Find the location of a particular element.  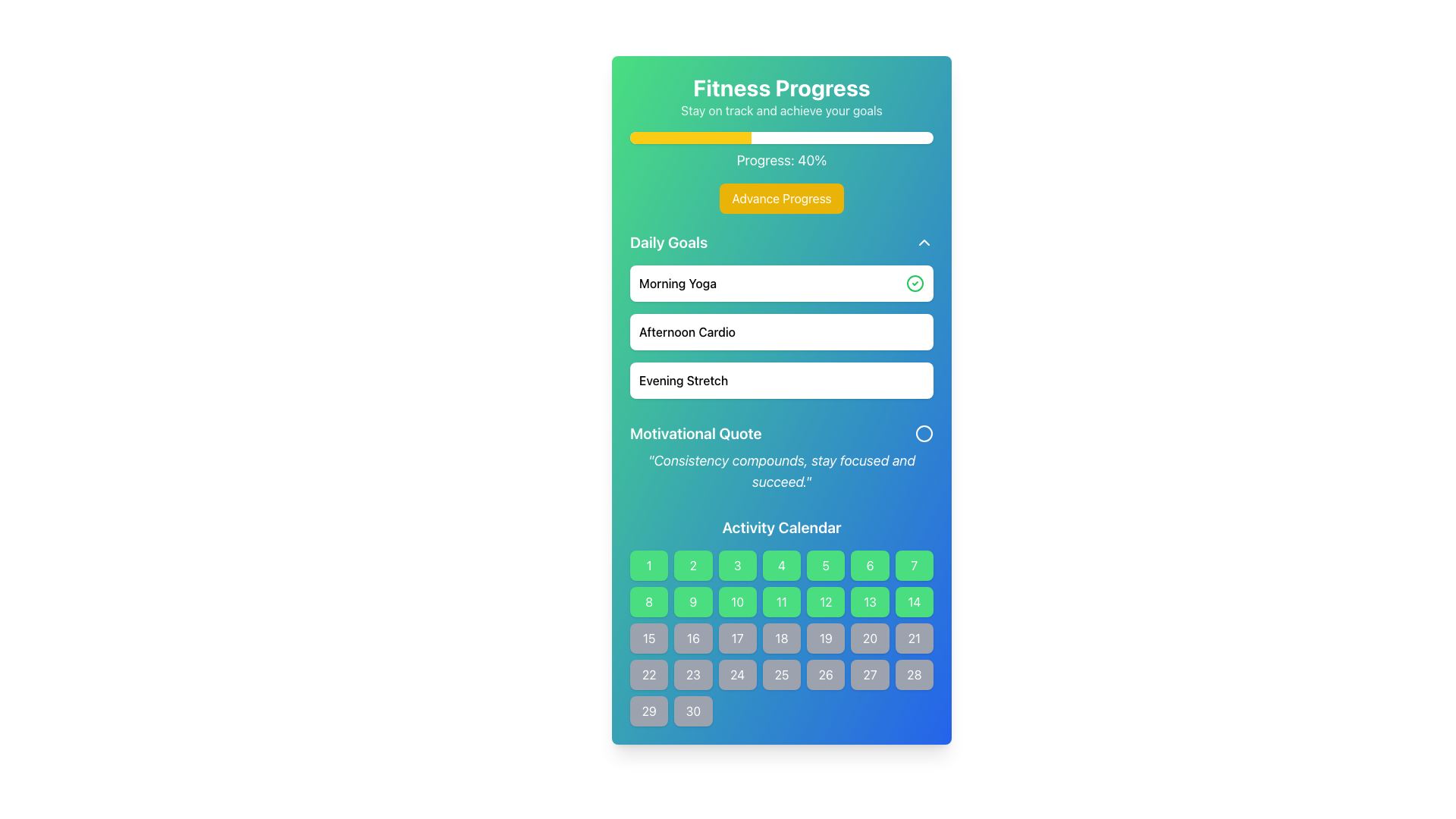

the non-interactive calendar day button representing the 24th day of the month, located in the fourth row and third column of the grid is located at coordinates (737, 674).